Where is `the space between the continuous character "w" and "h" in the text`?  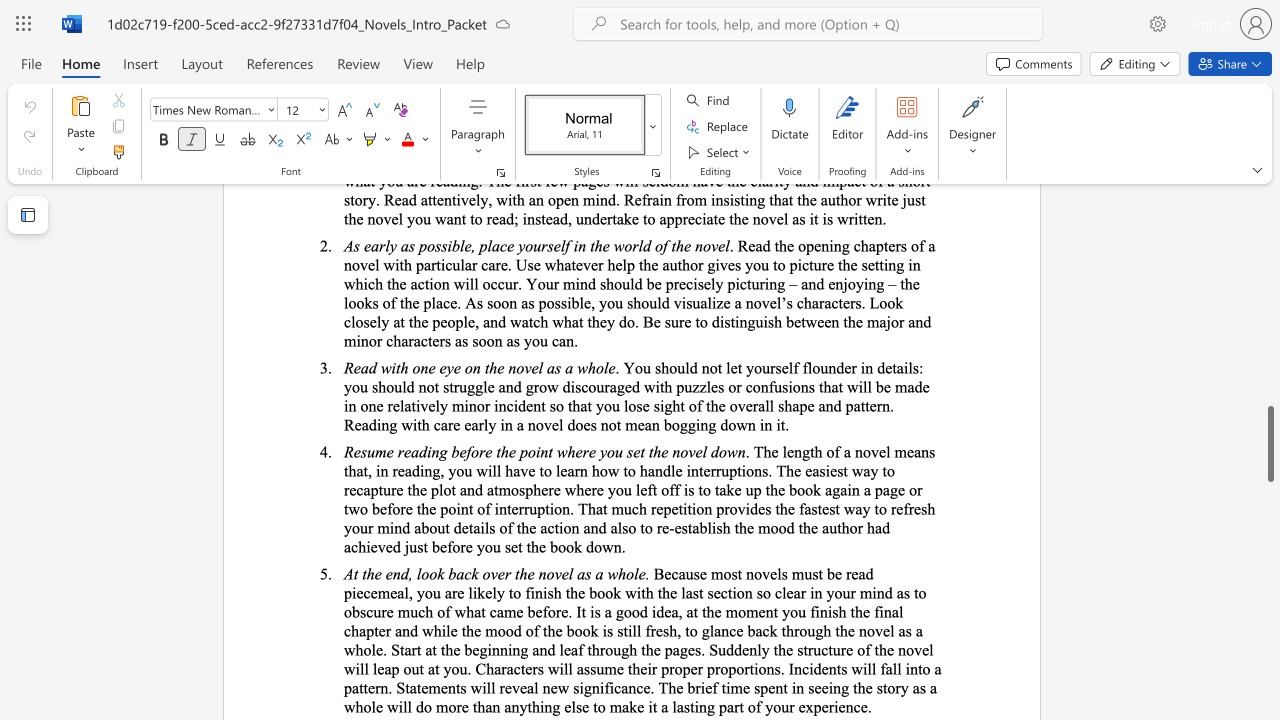
the space between the continuous character "w" and "h" in the text is located at coordinates (565, 451).